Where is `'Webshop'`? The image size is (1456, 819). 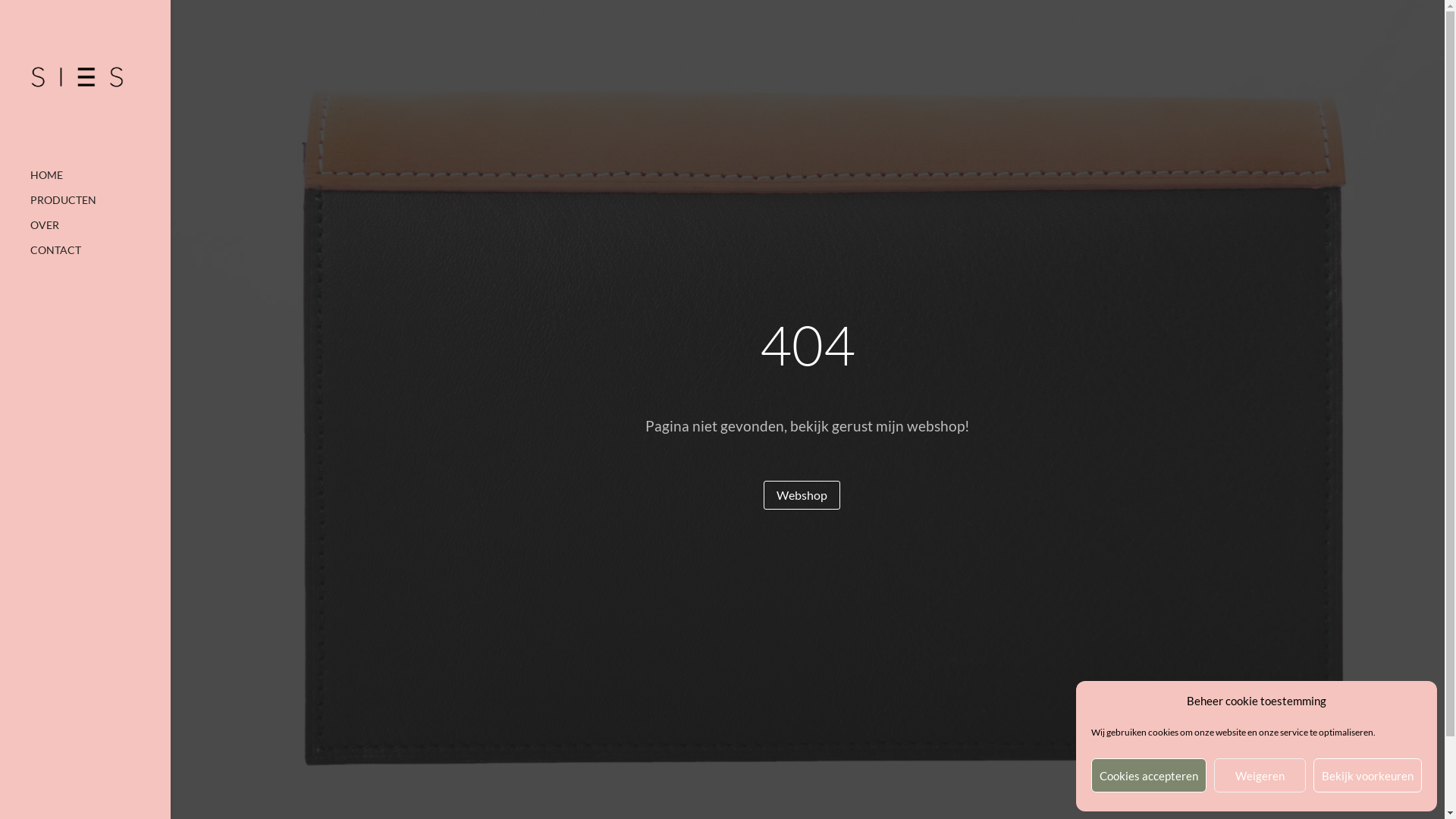 'Webshop' is located at coordinates (801, 495).